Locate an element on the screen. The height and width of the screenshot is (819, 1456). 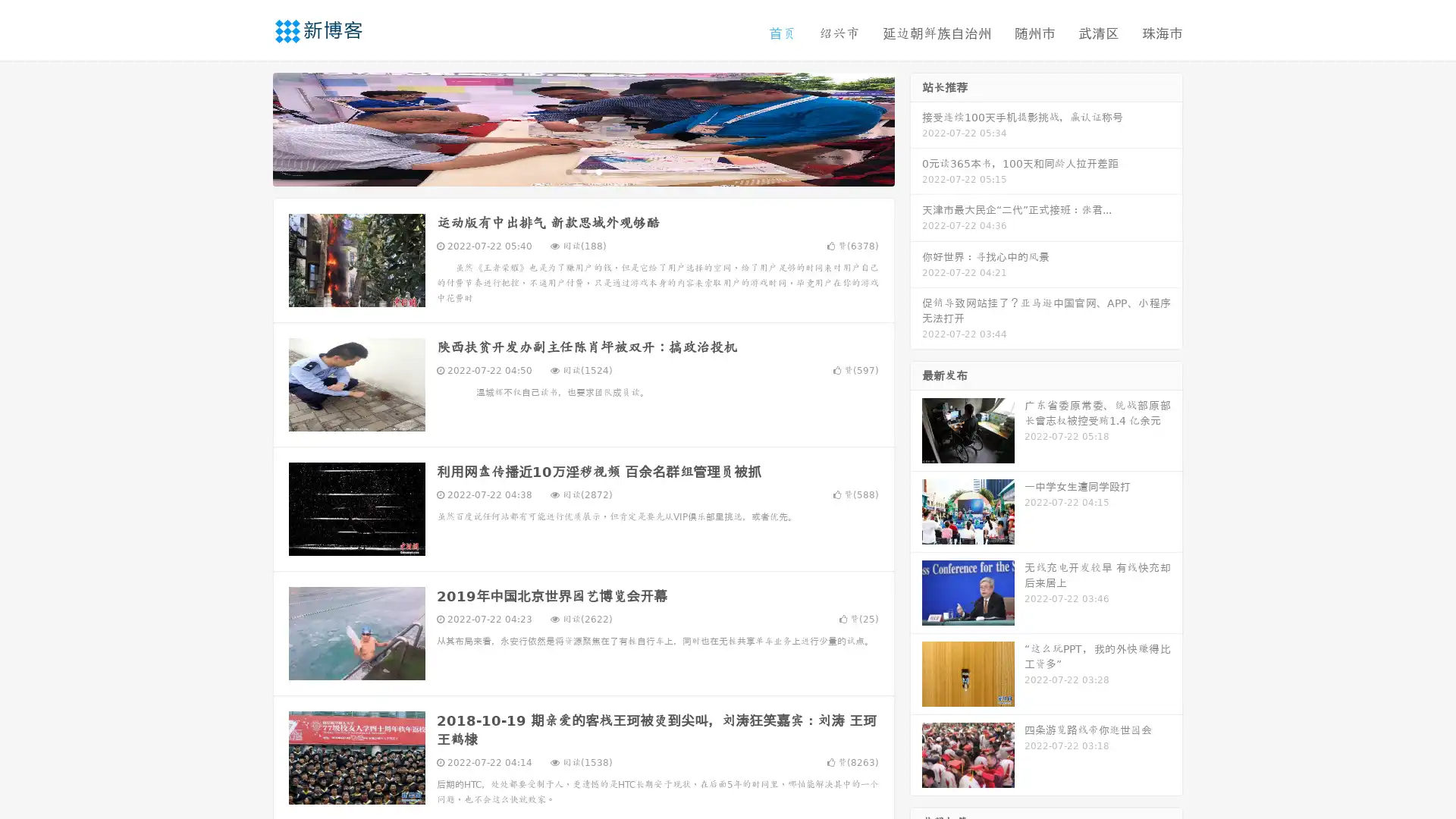
Next slide is located at coordinates (916, 127).